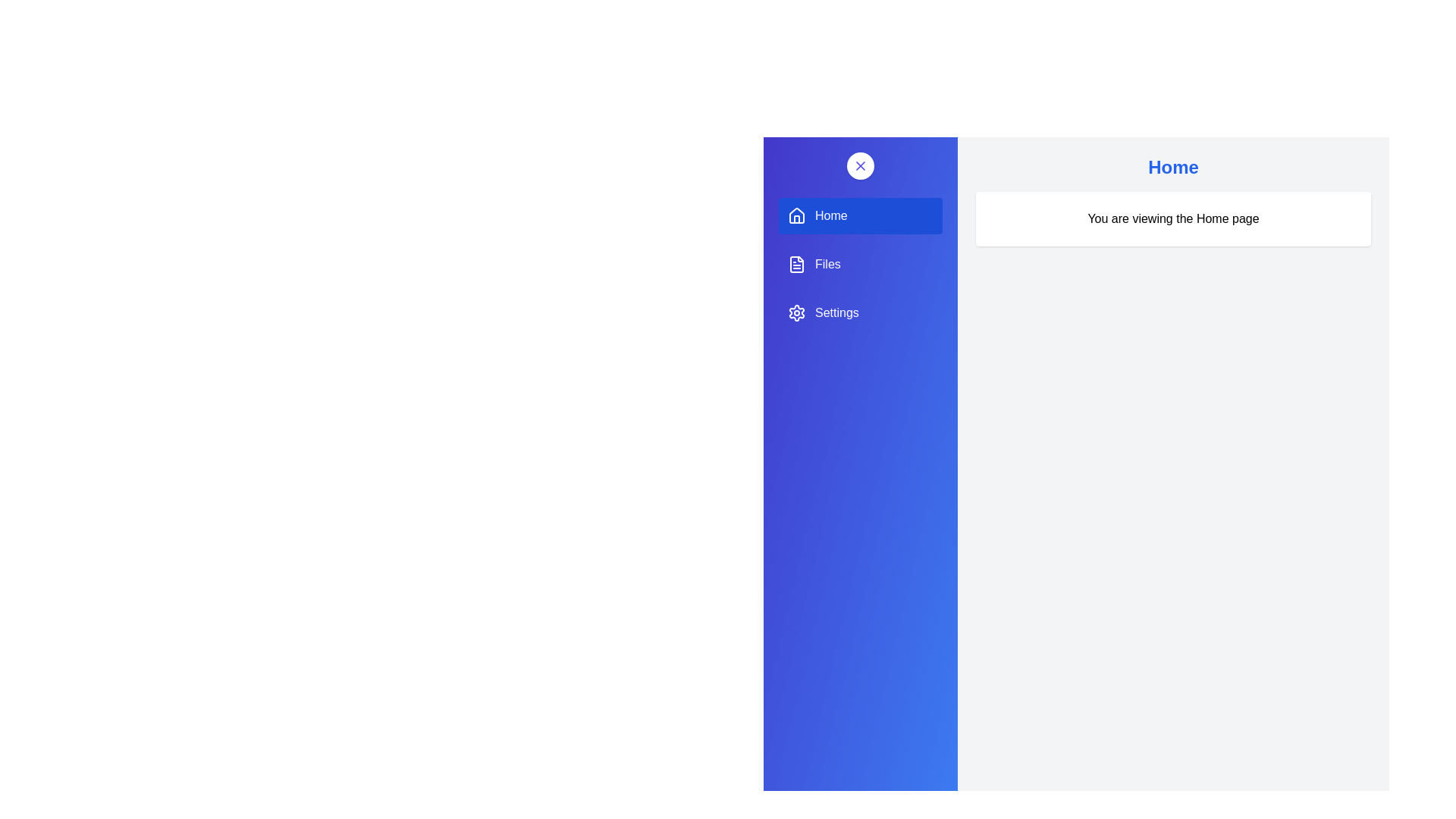 The image size is (1456, 819). What do you see at coordinates (860, 216) in the screenshot?
I see `the menu item Home from the navigation drawer` at bounding box center [860, 216].